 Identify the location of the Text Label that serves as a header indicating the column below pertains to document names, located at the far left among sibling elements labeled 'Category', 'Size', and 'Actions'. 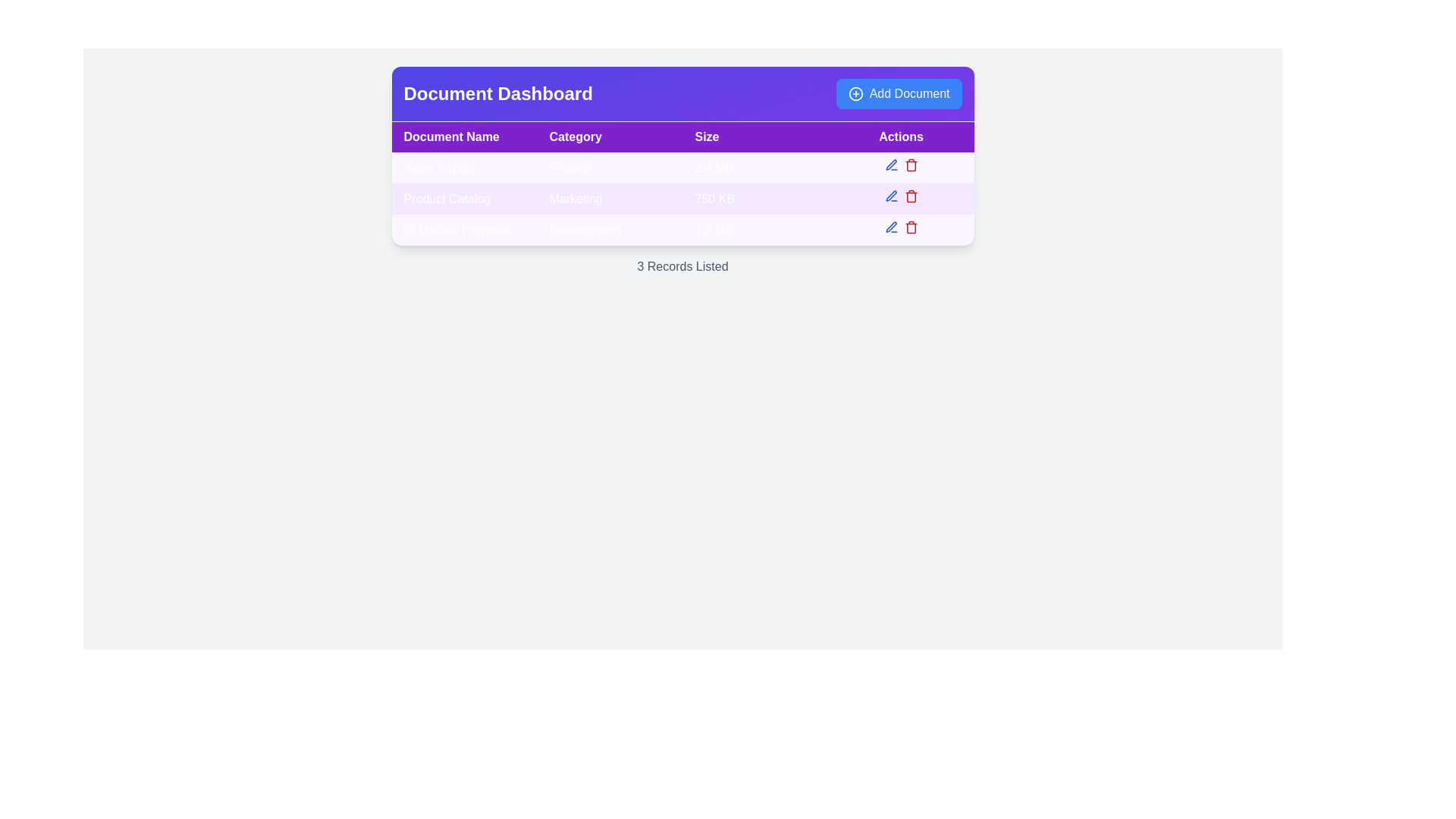
(463, 137).